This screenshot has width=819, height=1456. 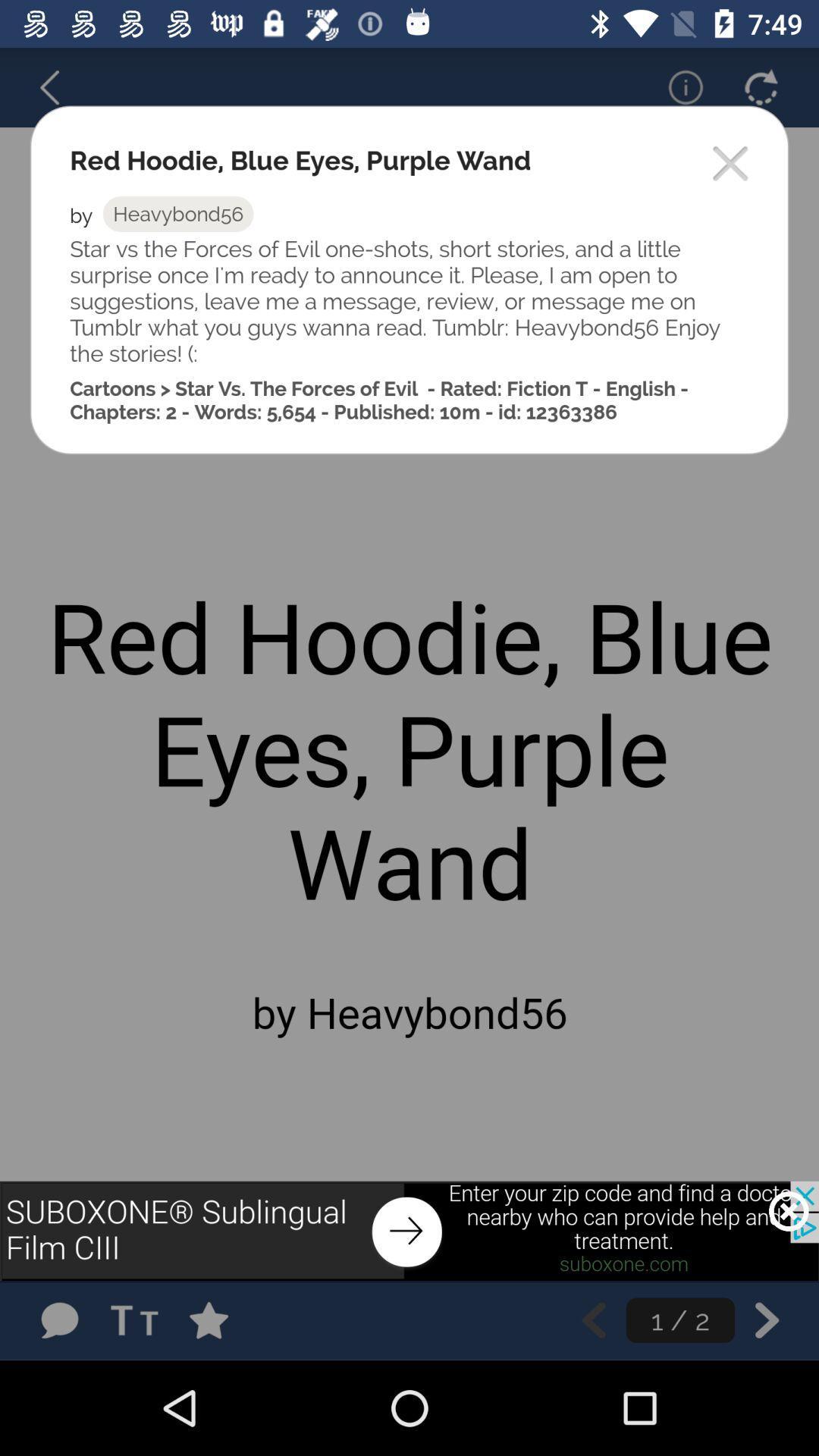 I want to click on information, so click(x=675, y=86).